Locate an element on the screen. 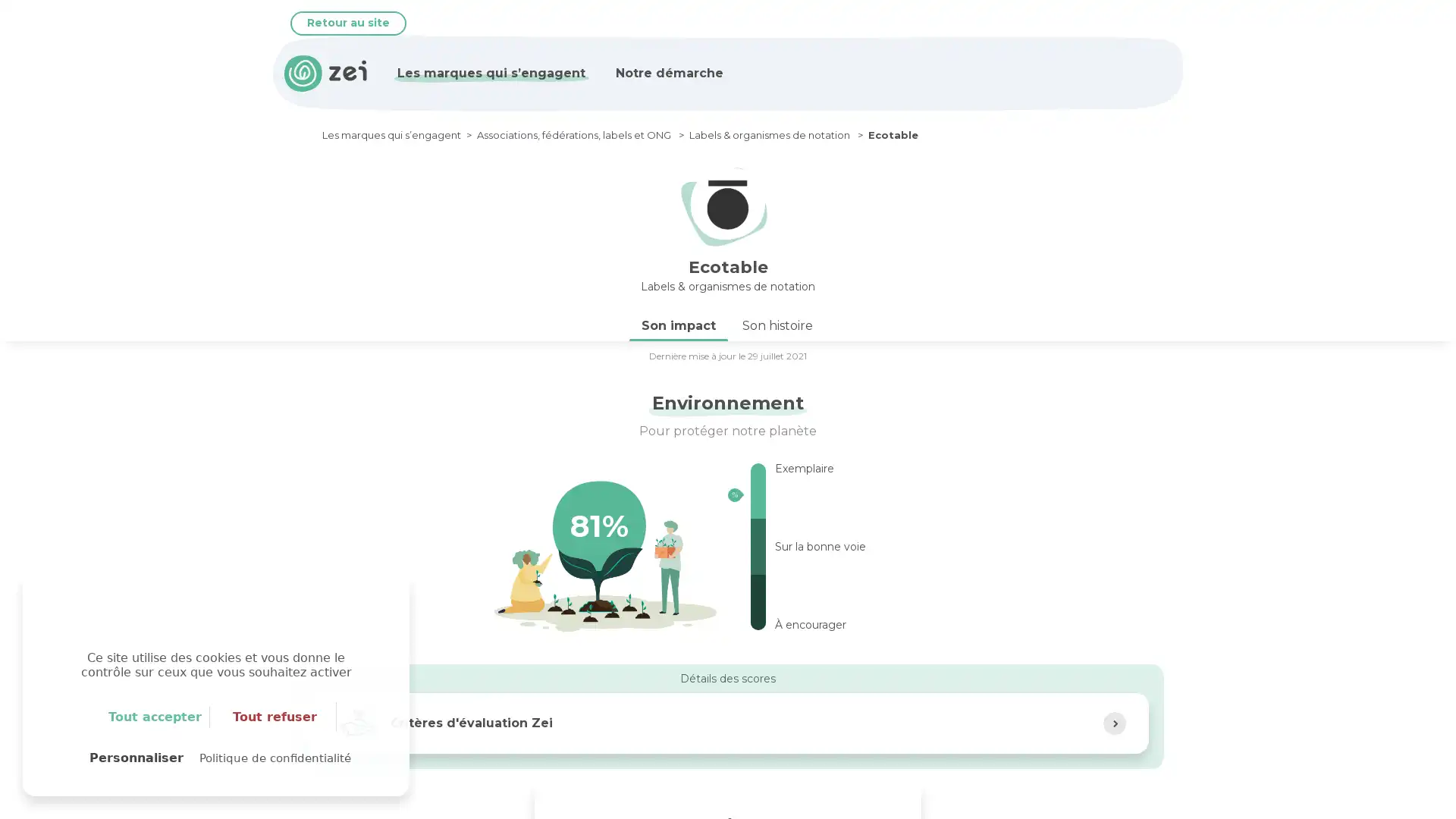 Image resolution: width=1456 pixels, height=819 pixels. Son impact is located at coordinates (677, 324).